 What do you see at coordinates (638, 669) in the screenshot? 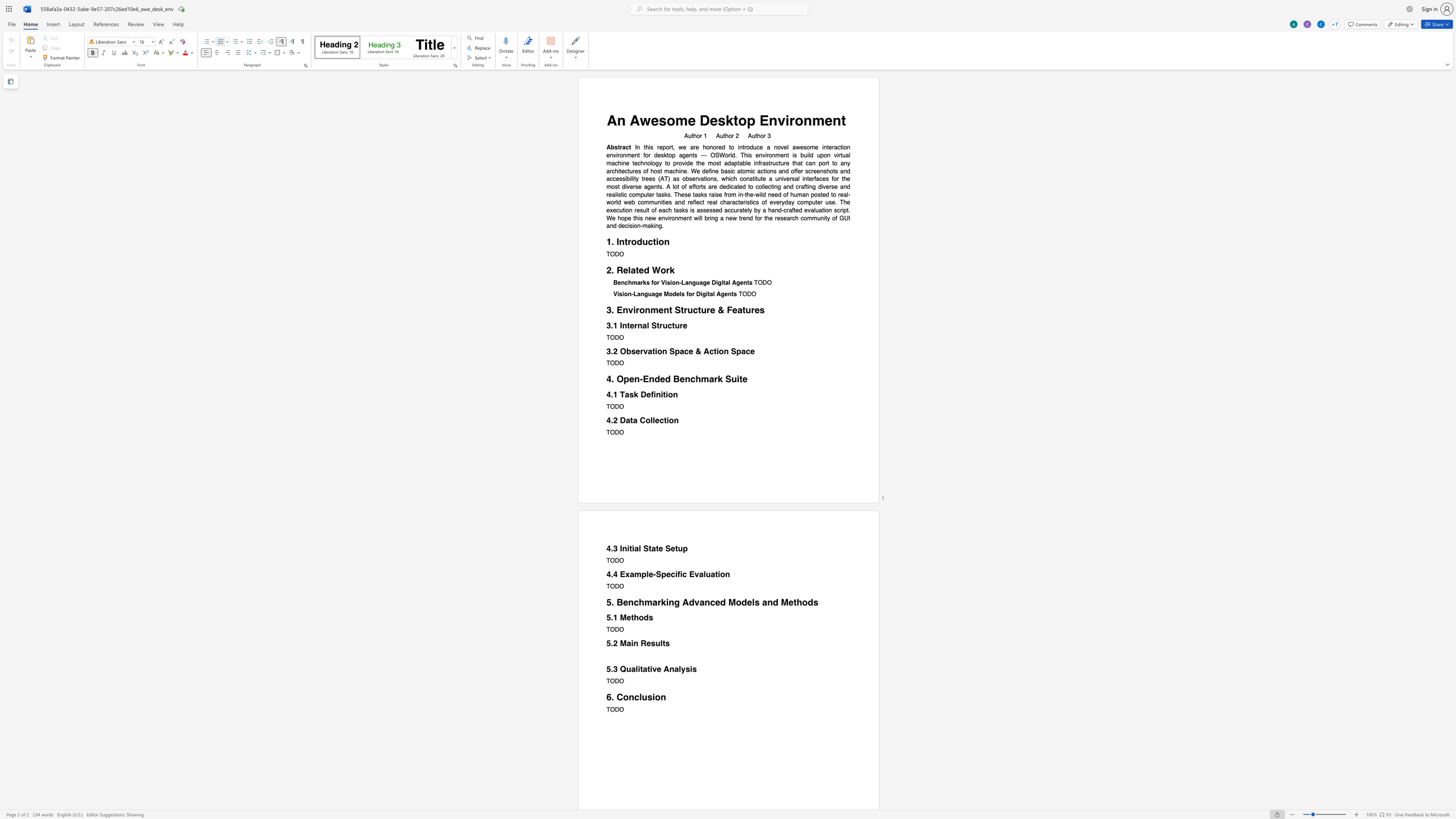
I see `the 1th character "i" in the text` at bounding box center [638, 669].